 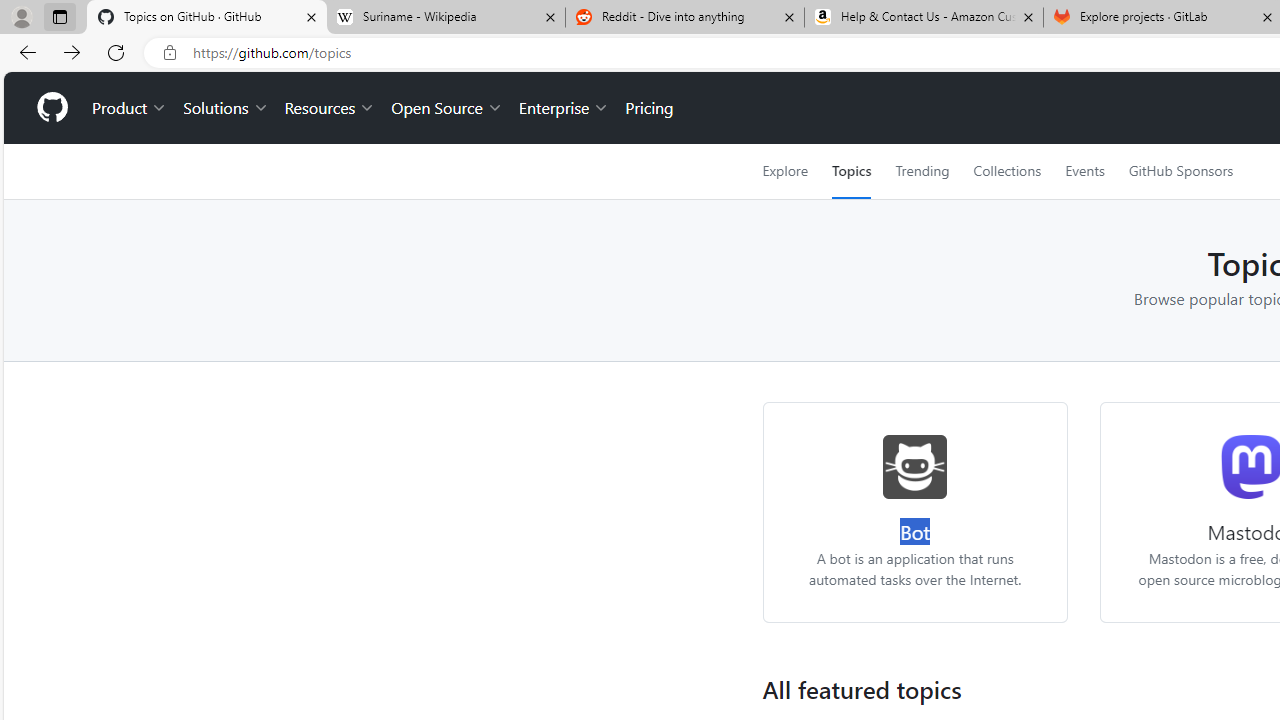 What do you see at coordinates (684, 17) in the screenshot?
I see `'Reddit - Dive into anything'` at bounding box center [684, 17].